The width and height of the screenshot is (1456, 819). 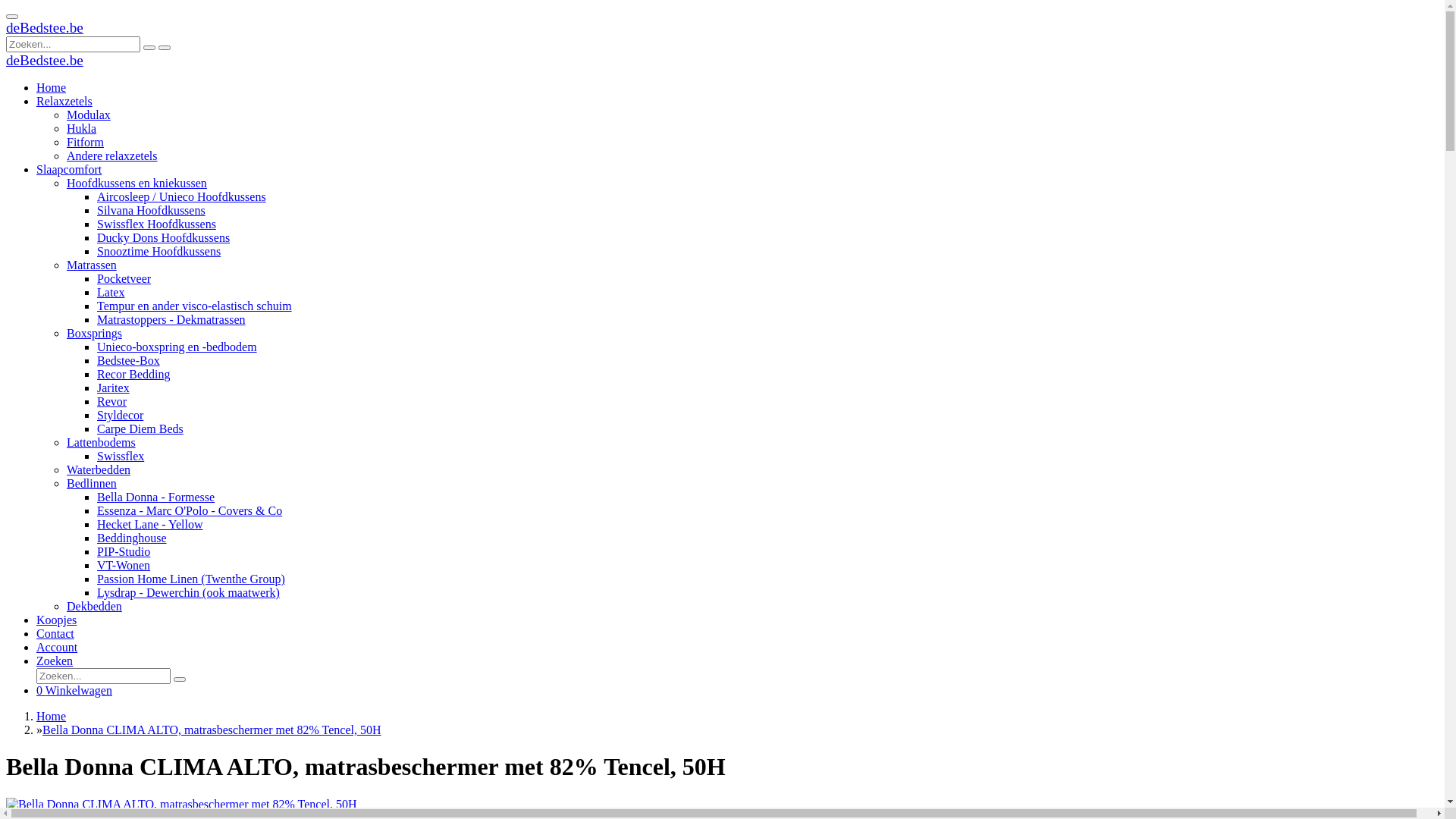 What do you see at coordinates (181, 196) in the screenshot?
I see `'Aircosleep / Unieco Hoofdkussens'` at bounding box center [181, 196].